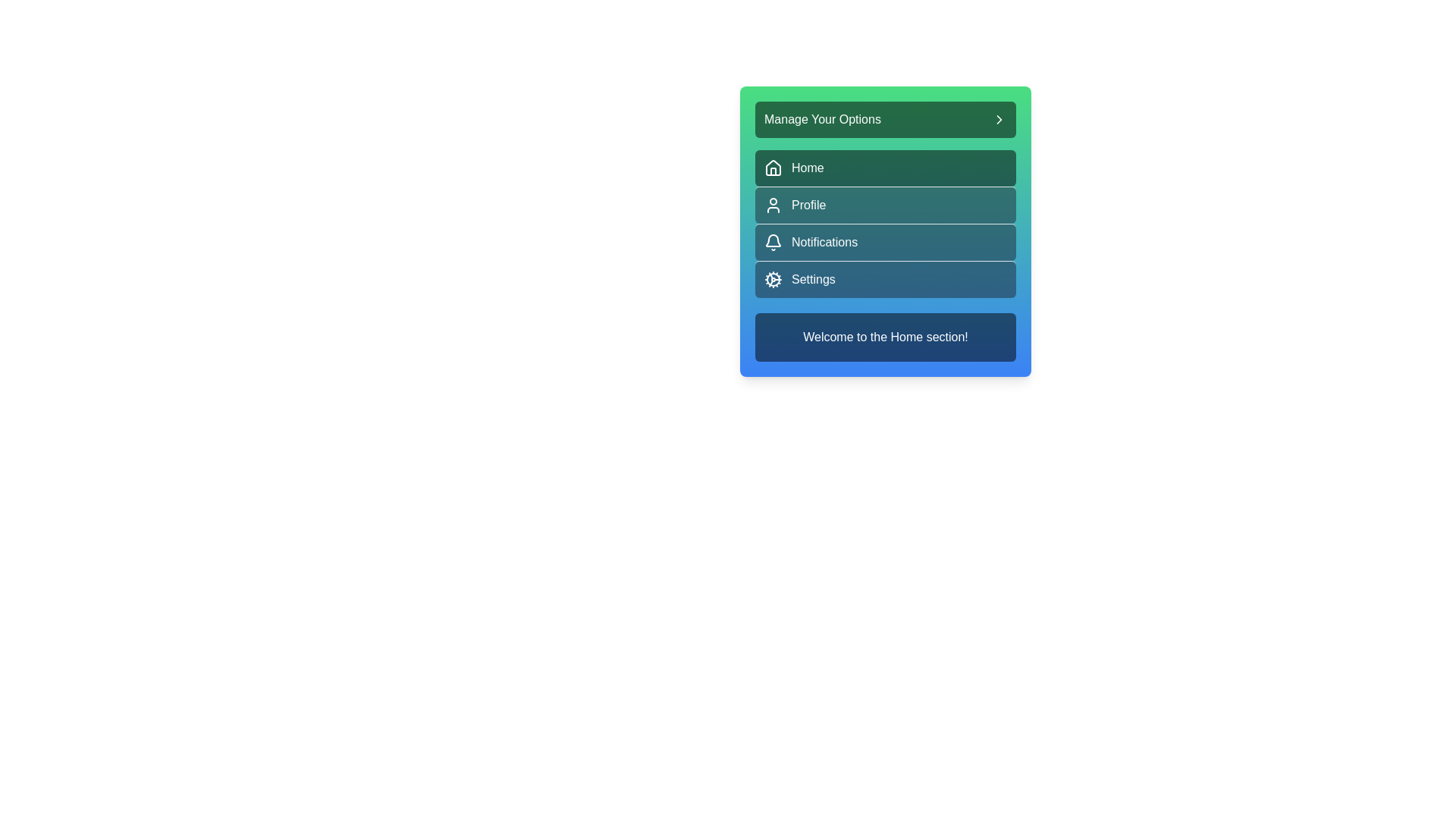 Image resolution: width=1456 pixels, height=819 pixels. Describe the element at coordinates (885, 278) in the screenshot. I see `the 'Settings' button, which is the fourth item in the vertical list of menu options` at that location.